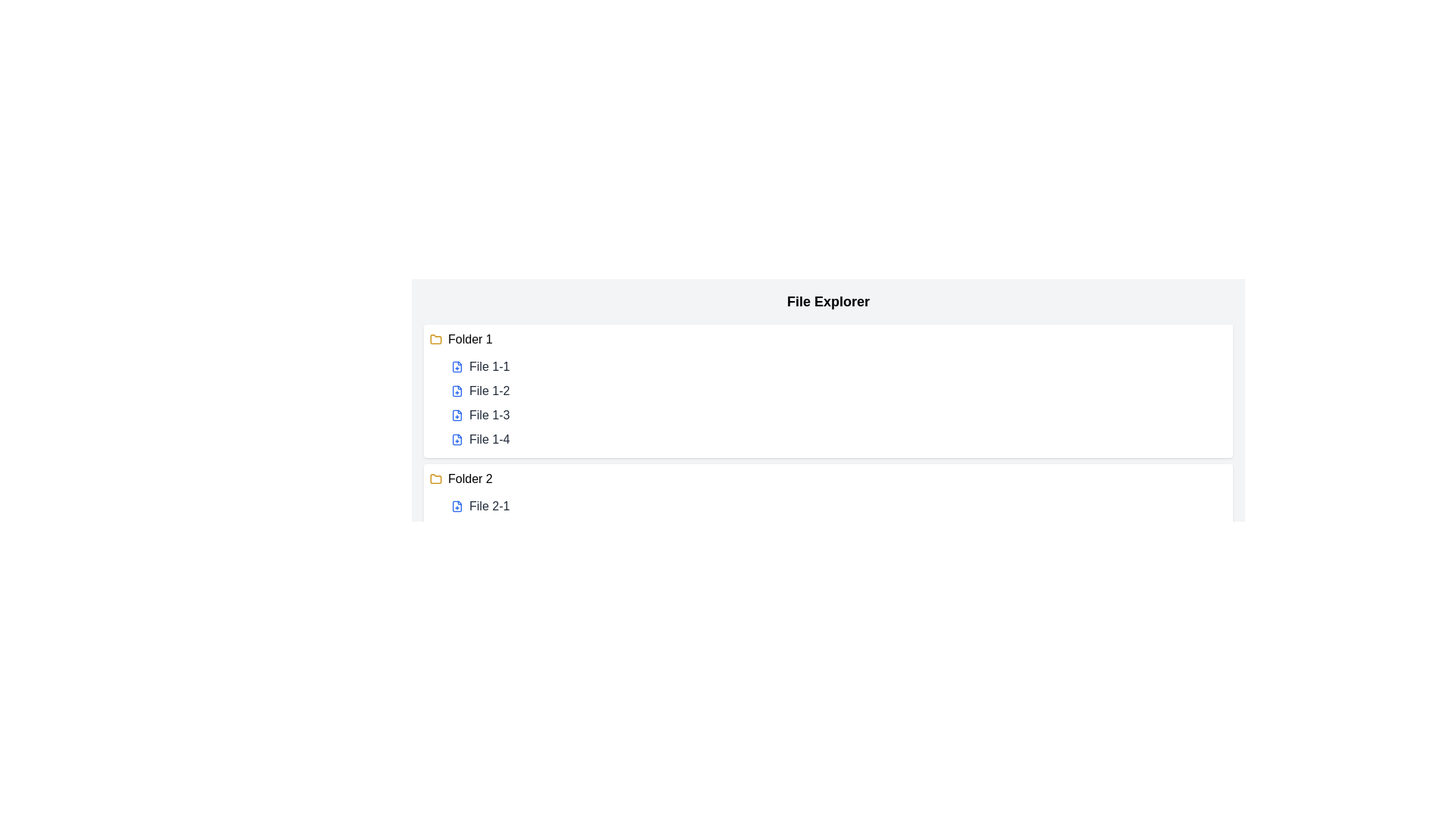 The width and height of the screenshot is (1456, 819). I want to click on the text label representing the file named 'File 2-1', so click(489, 506).